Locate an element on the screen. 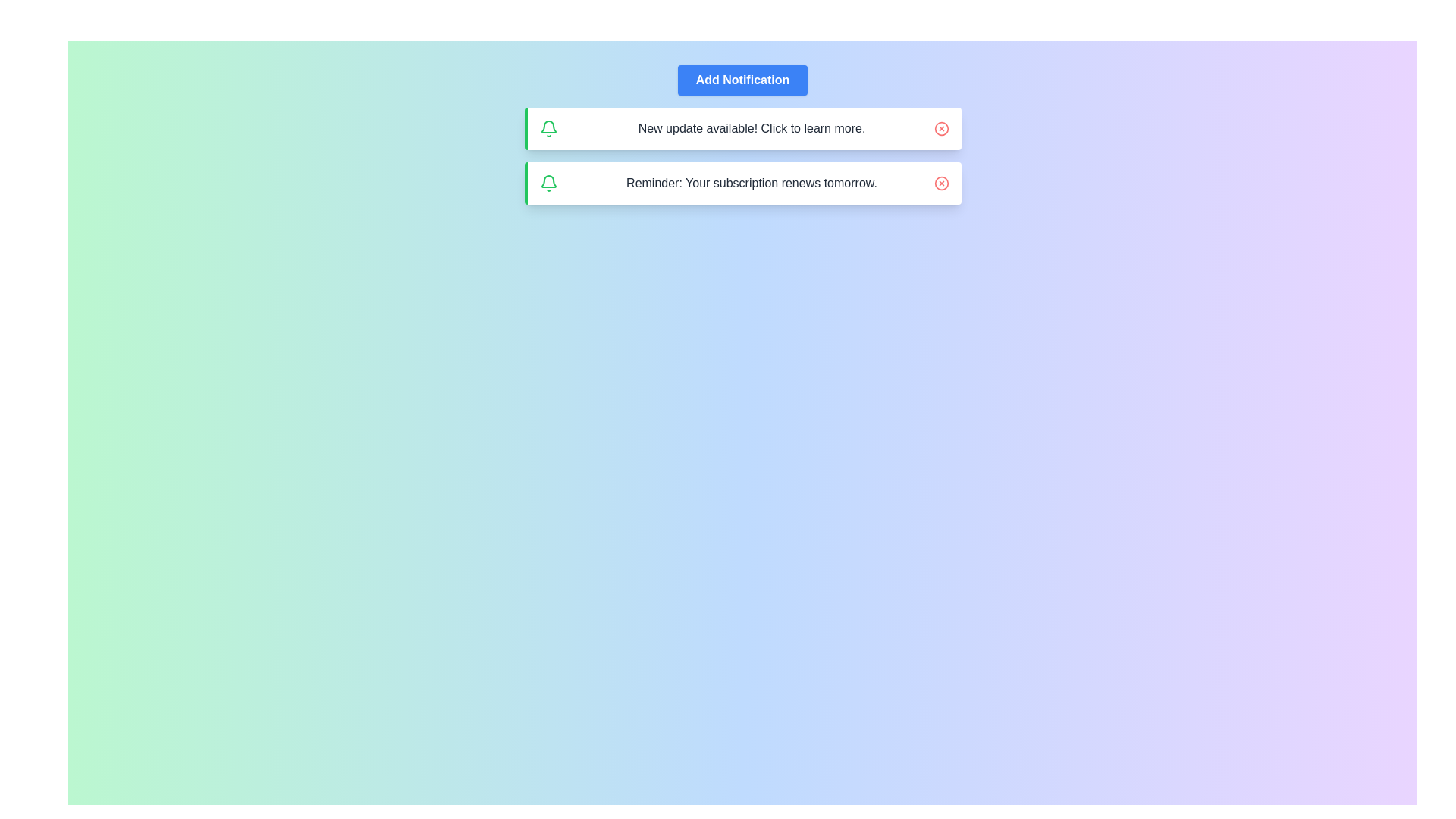 The image size is (1456, 819). the 'Add Notification' button to add a new notification is located at coordinates (742, 80).